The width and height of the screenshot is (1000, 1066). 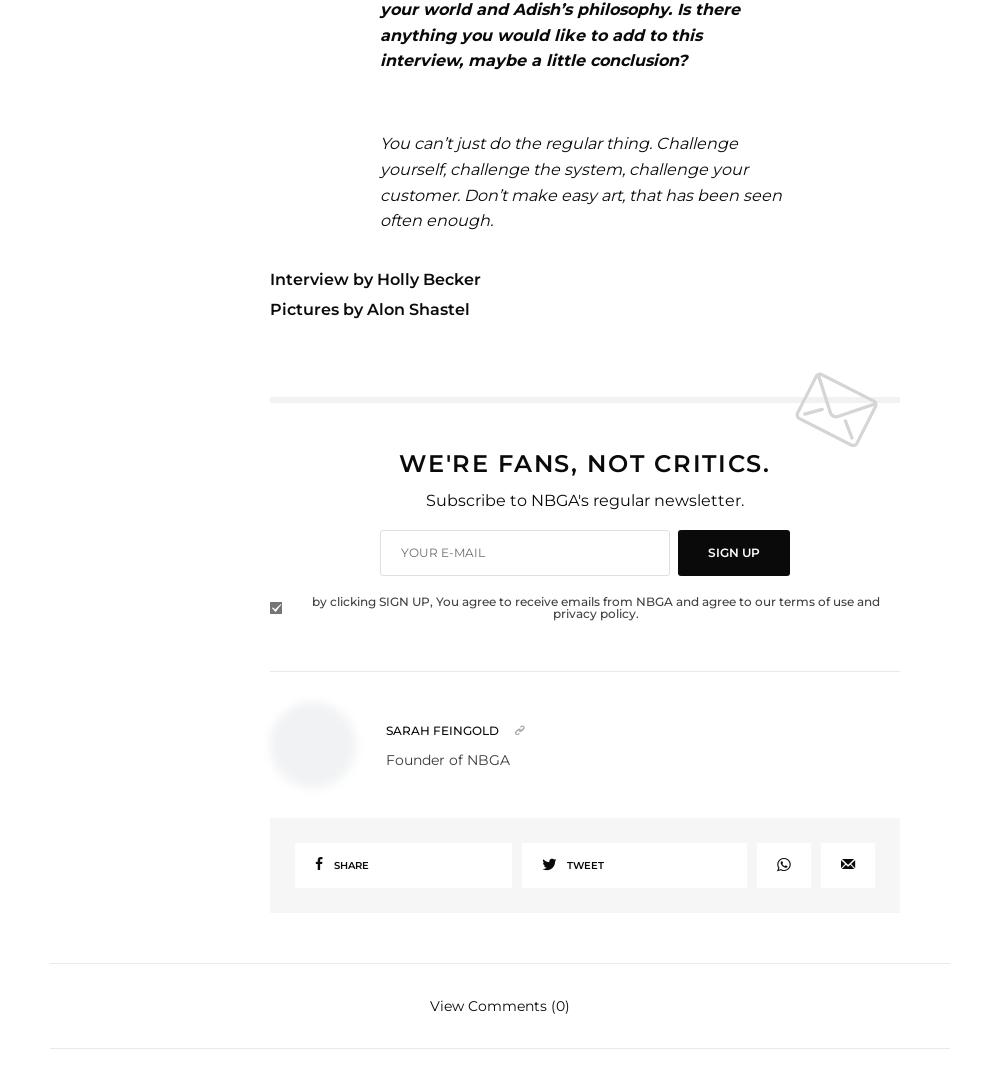 What do you see at coordinates (350, 864) in the screenshot?
I see `'Share'` at bounding box center [350, 864].